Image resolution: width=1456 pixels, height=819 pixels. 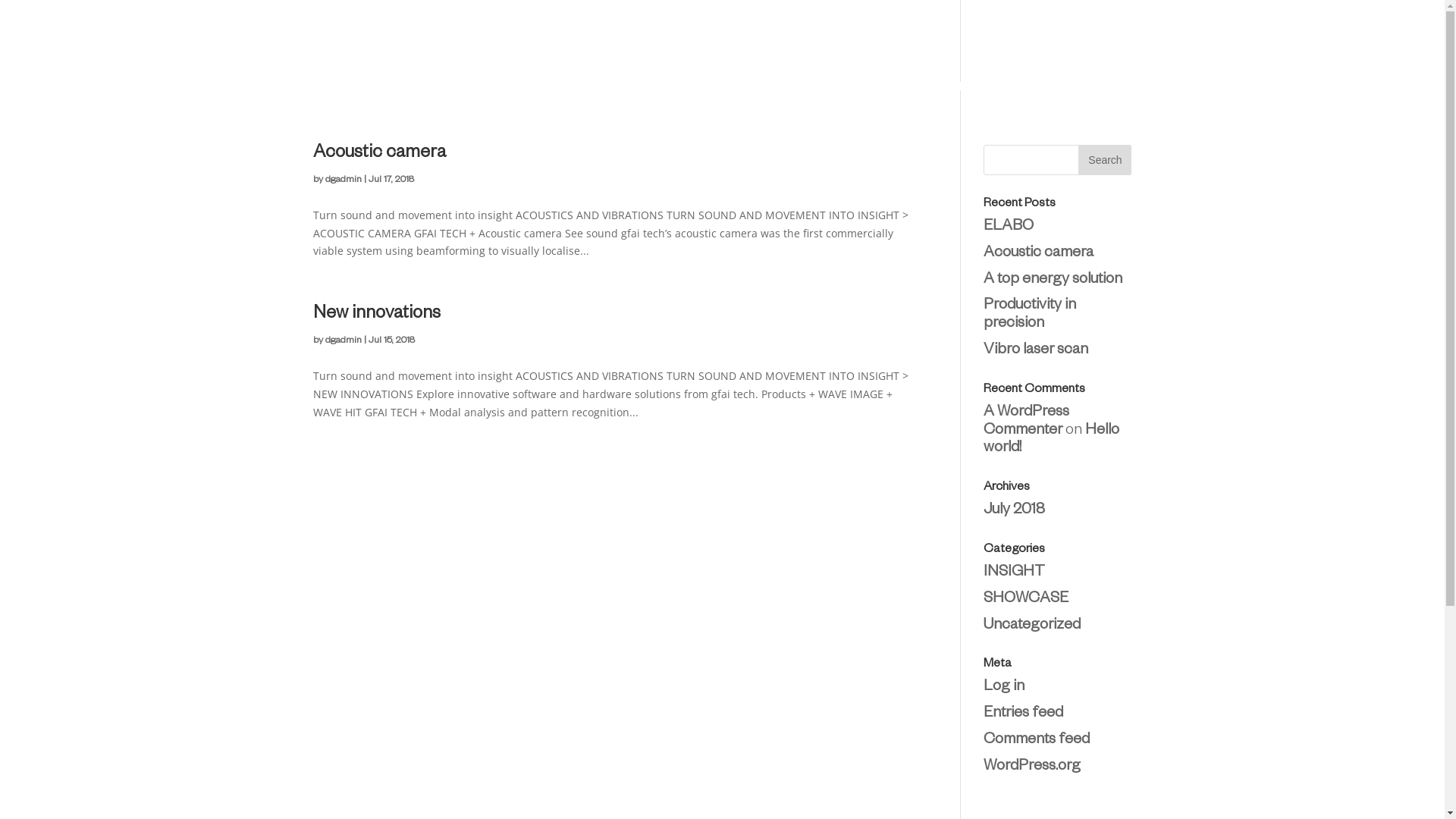 What do you see at coordinates (1026, 422) in the screenshot?
I see `'A WordPress Commenter'` at bounding box center [1026, 422].